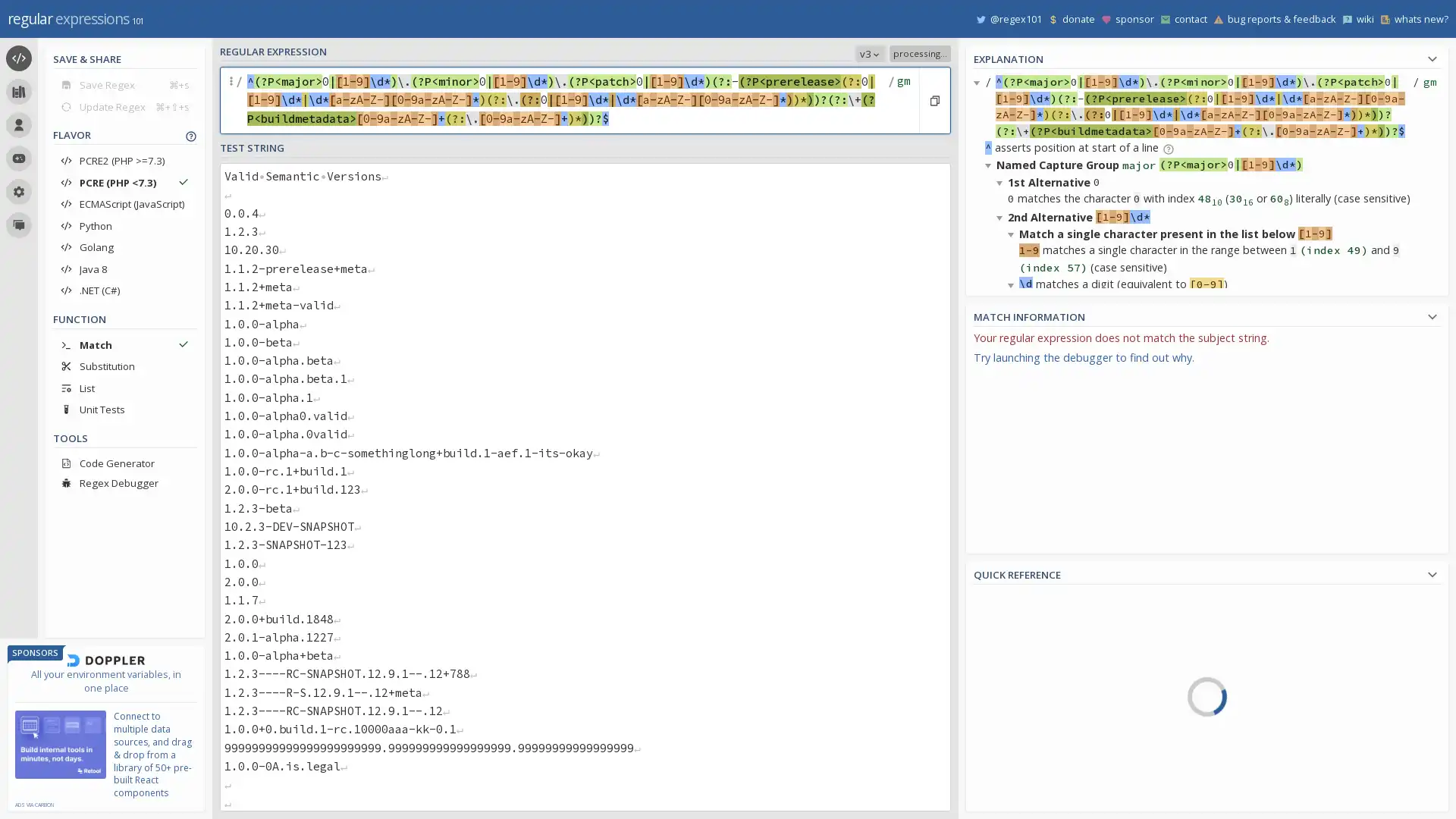 The image size is (1456, 819). I want to click on Collapse Subtree, so click(1002, 595).